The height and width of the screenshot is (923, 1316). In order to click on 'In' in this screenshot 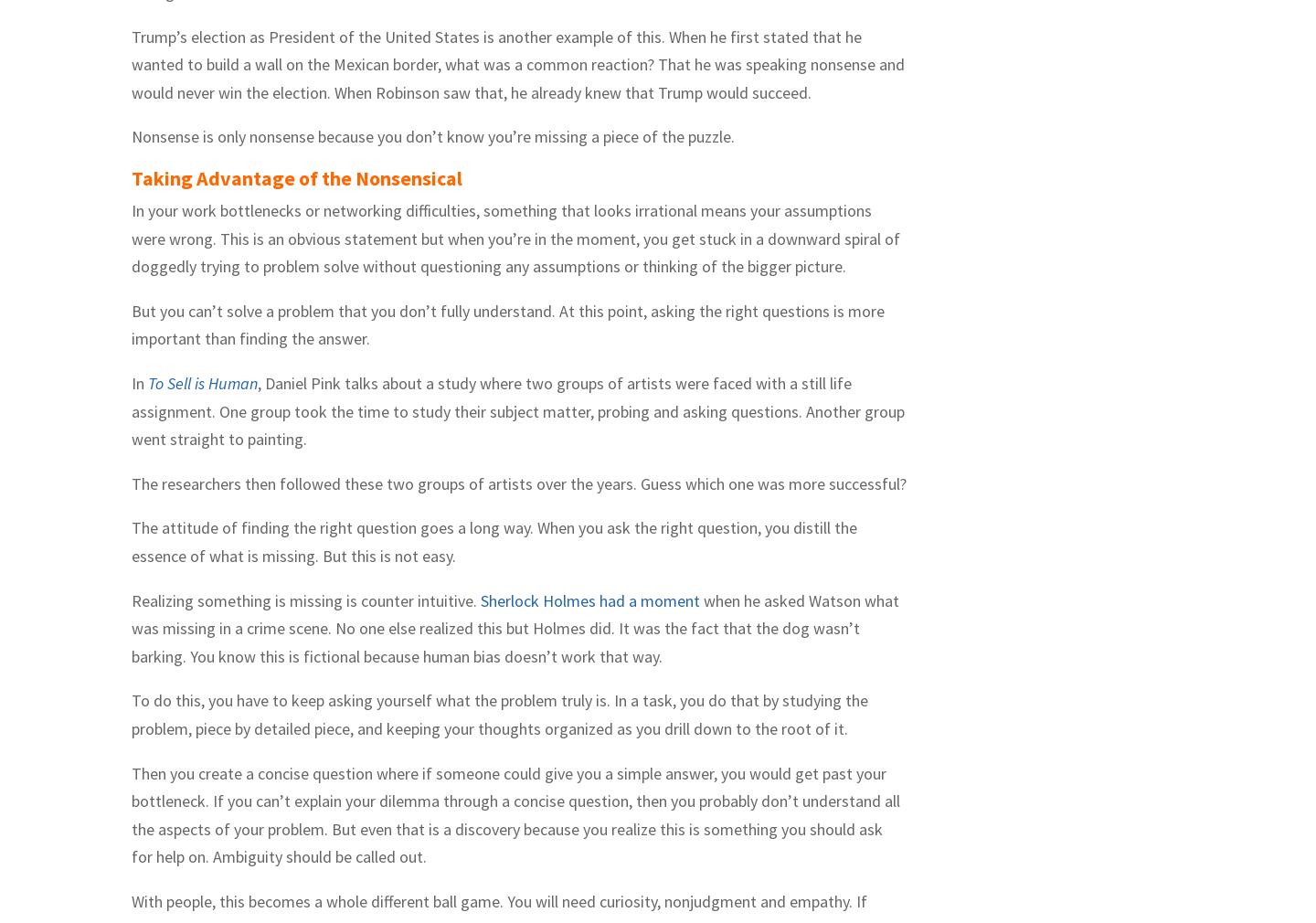, I will do `click(139, 383)`.